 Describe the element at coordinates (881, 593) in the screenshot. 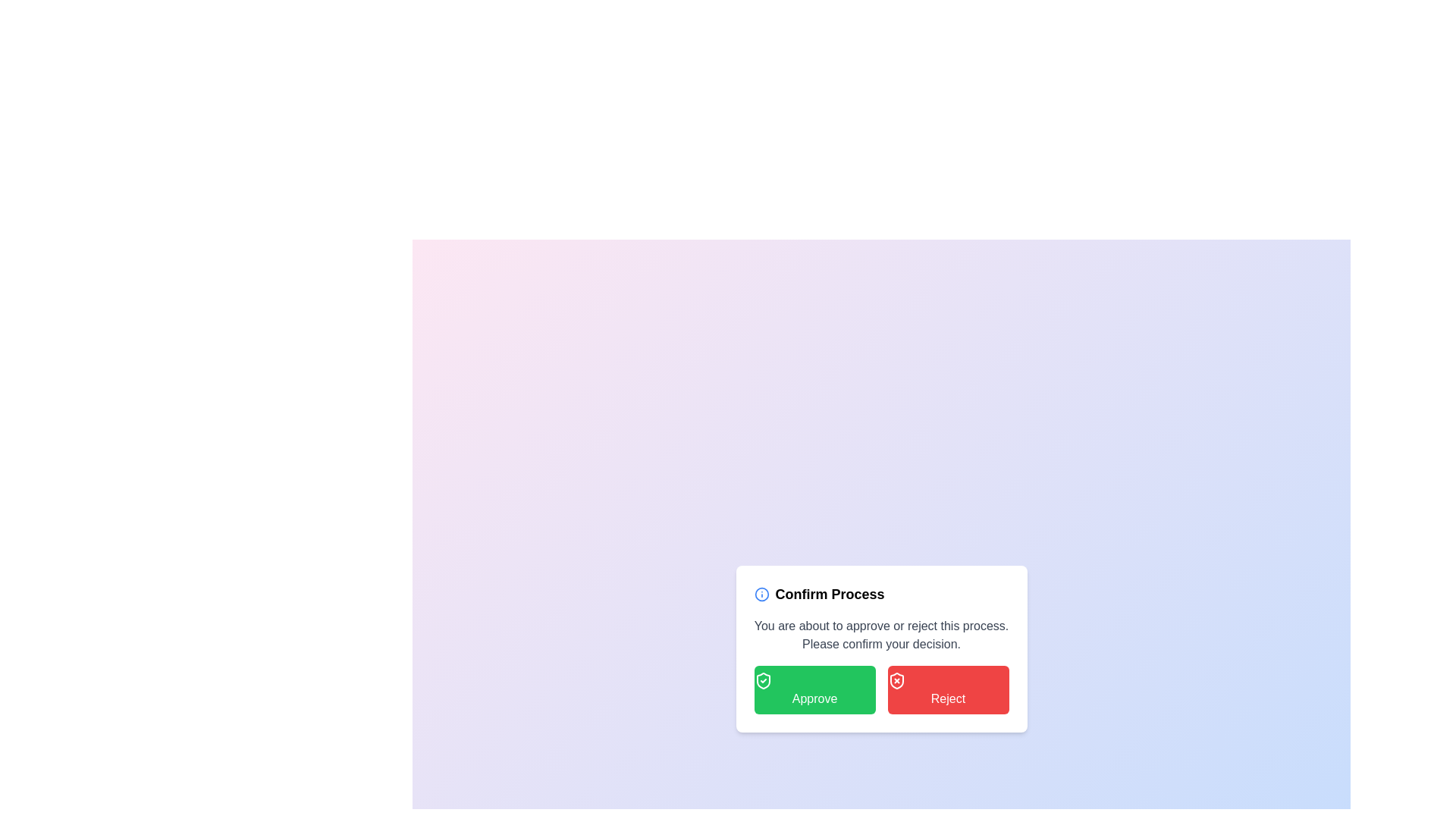

I see `information displayed in the Header of the modal dialog titled 'Confirm Process', which is located at the upper part of the dialog box` at that location.